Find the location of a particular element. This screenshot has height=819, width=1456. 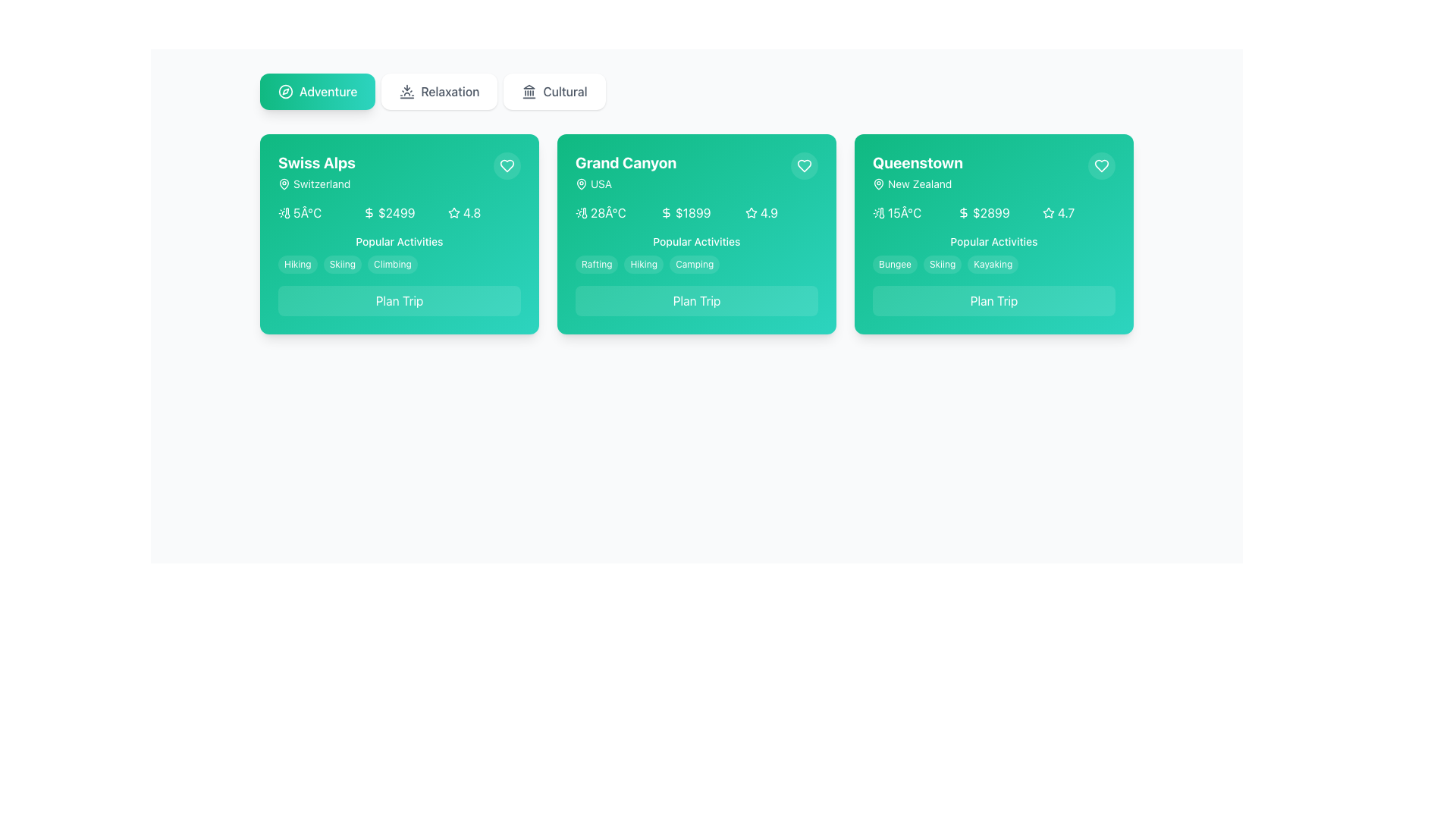

the map pin icon located on the left side of the text 'New Zealand' within the 'Queenstown' card in the third column is located at coordinates (878, 184).